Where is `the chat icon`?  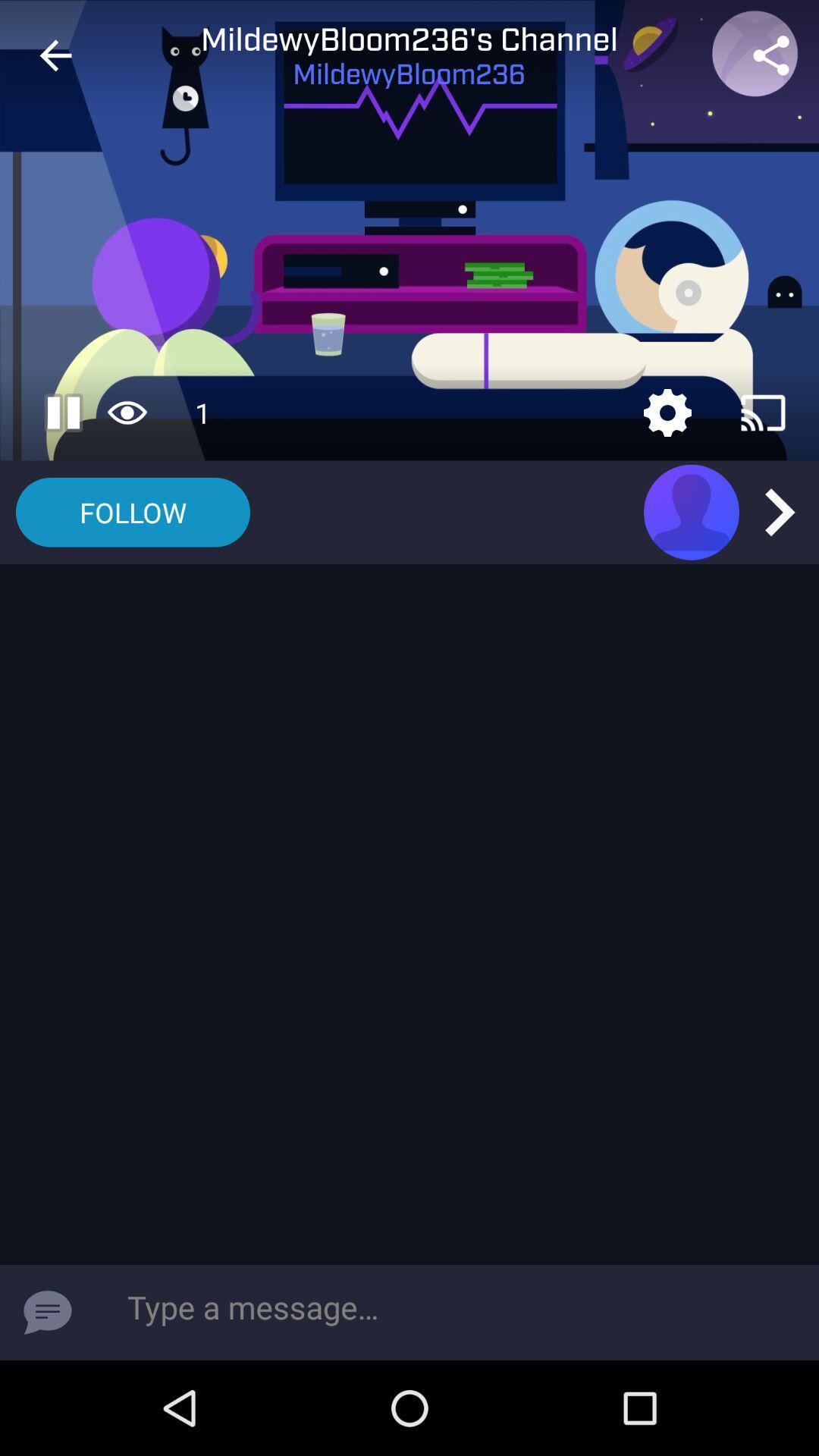 the chat icon is located at coordinates (46, 1312).